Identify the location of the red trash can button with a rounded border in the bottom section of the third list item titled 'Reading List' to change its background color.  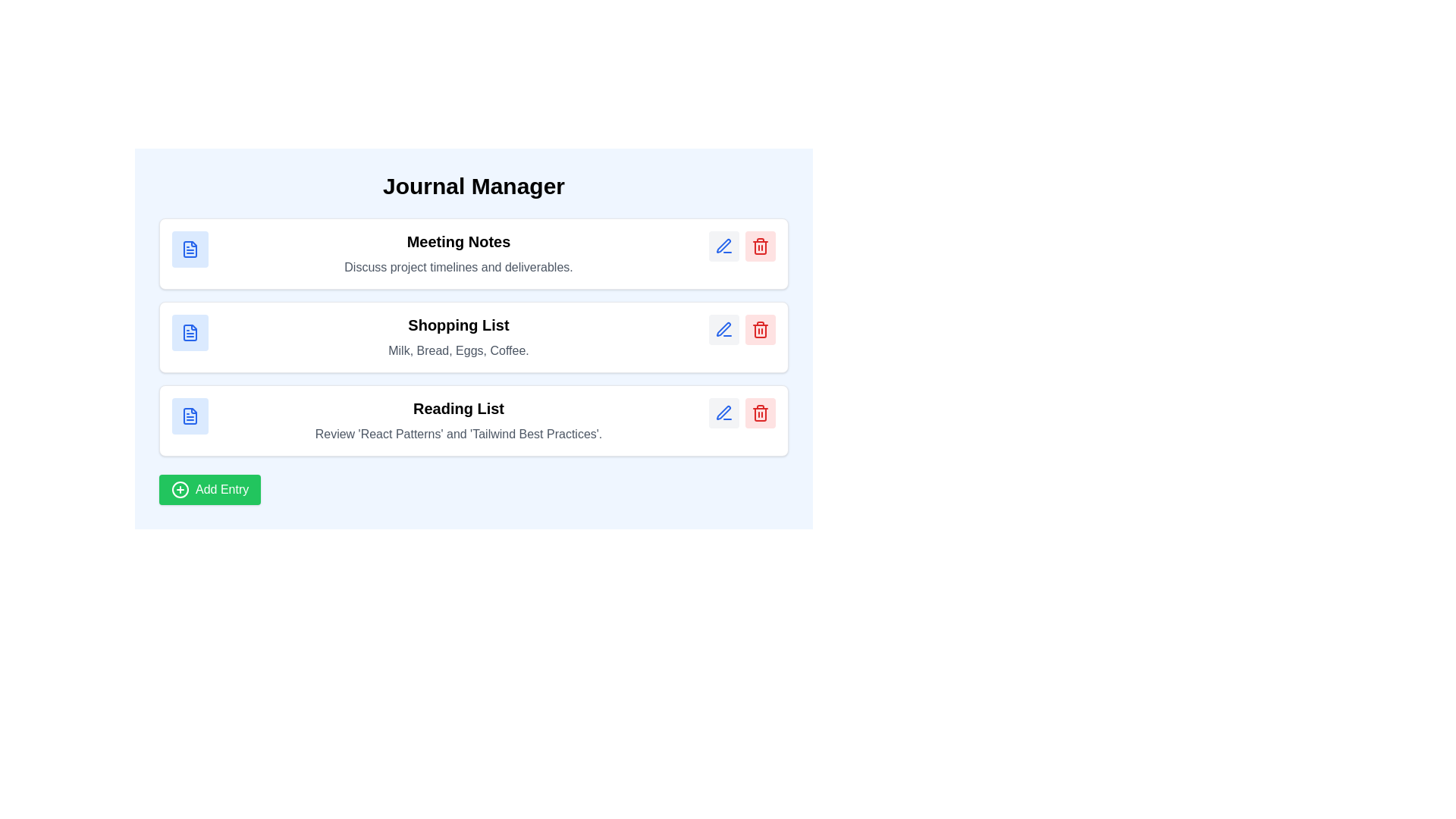
(761, 413).